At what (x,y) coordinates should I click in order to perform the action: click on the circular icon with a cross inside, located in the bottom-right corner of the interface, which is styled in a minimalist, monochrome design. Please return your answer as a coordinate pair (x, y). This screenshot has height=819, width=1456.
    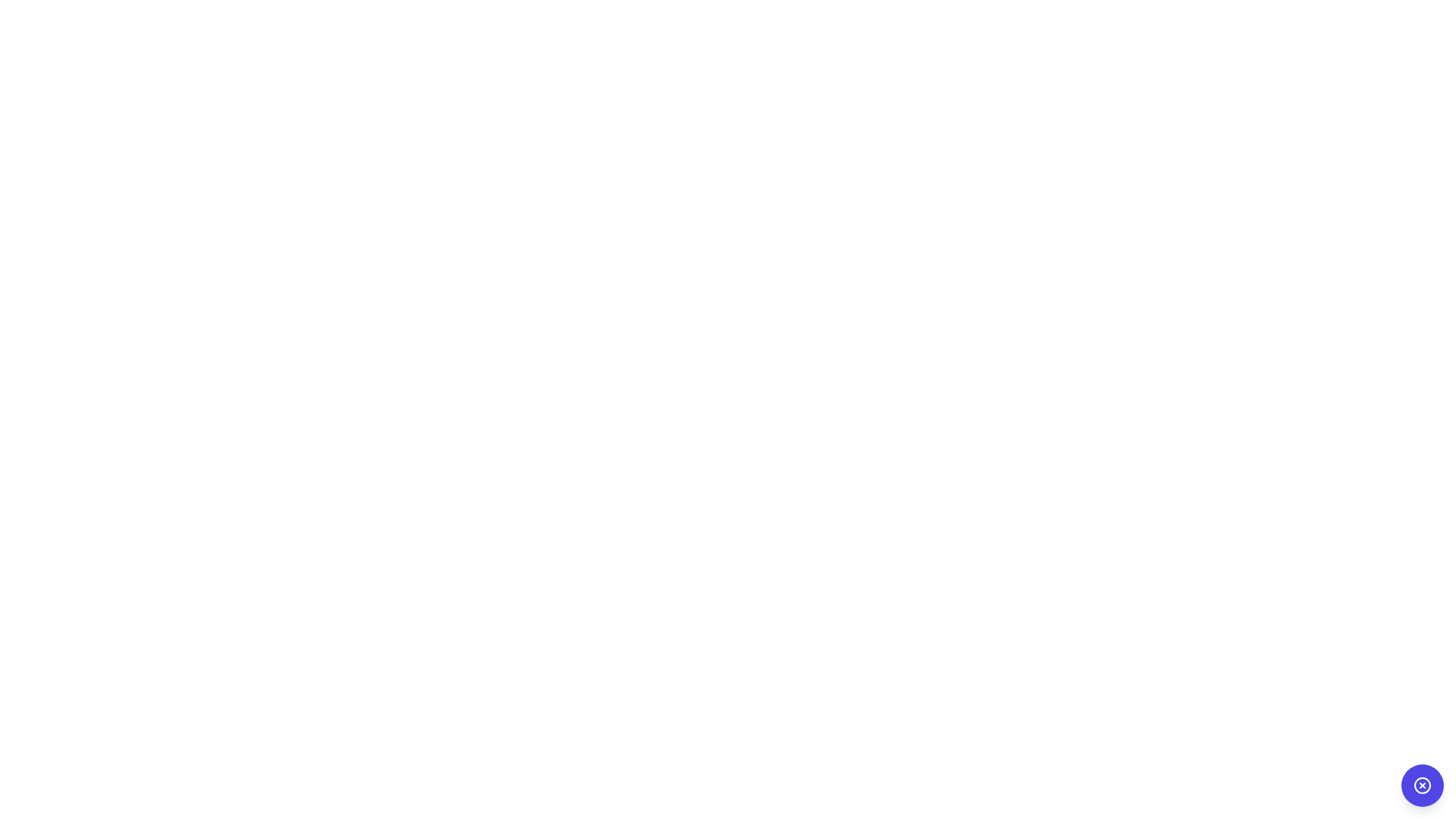
    Looking at the image, I should click on (1422, 785).